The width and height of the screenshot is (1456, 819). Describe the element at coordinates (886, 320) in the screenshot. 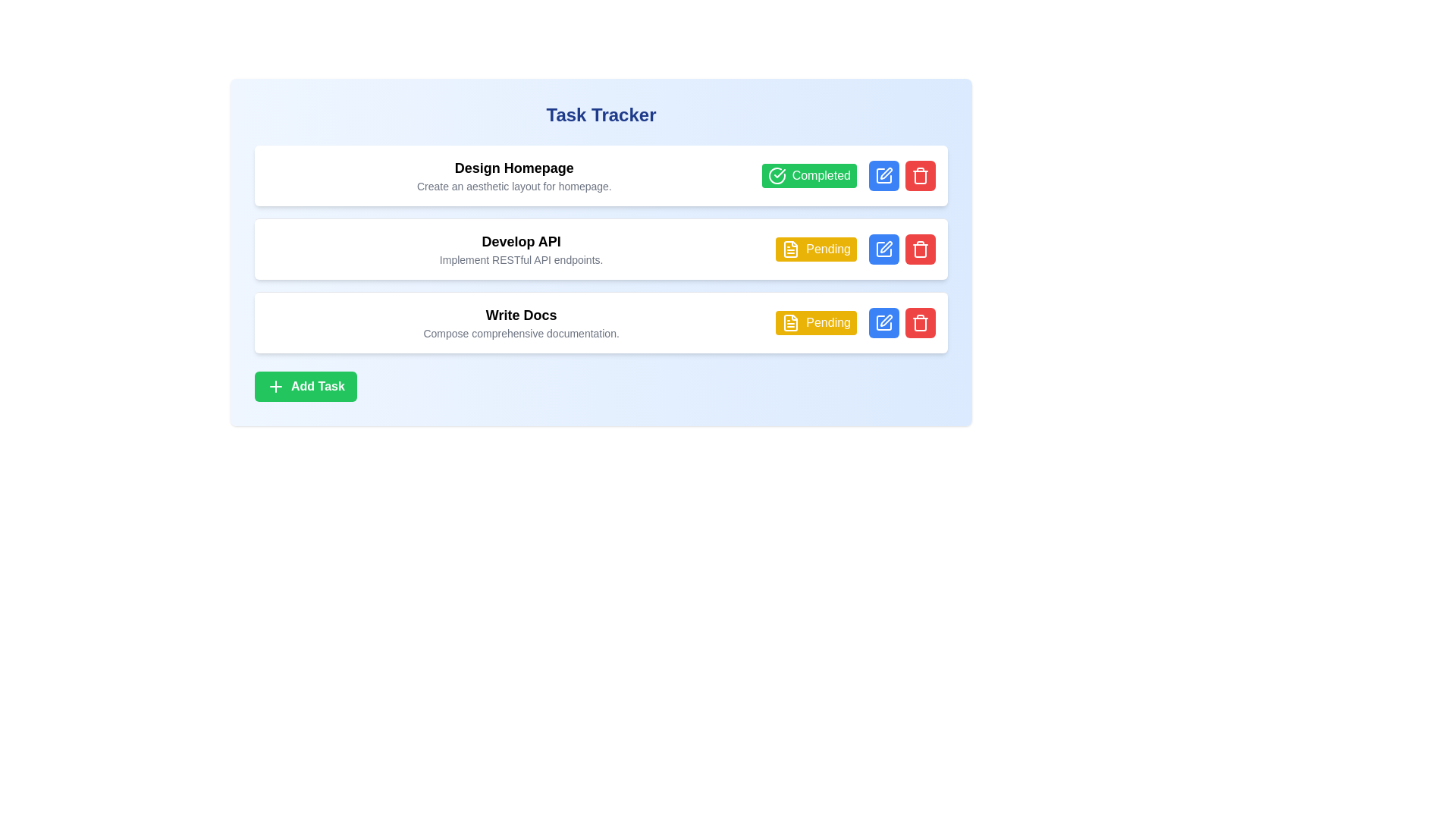

I see `the pencil icon representing the edit functionality for the 'Write Docs' task, located between the yellow document icon and the red trash bin icon` at that location.